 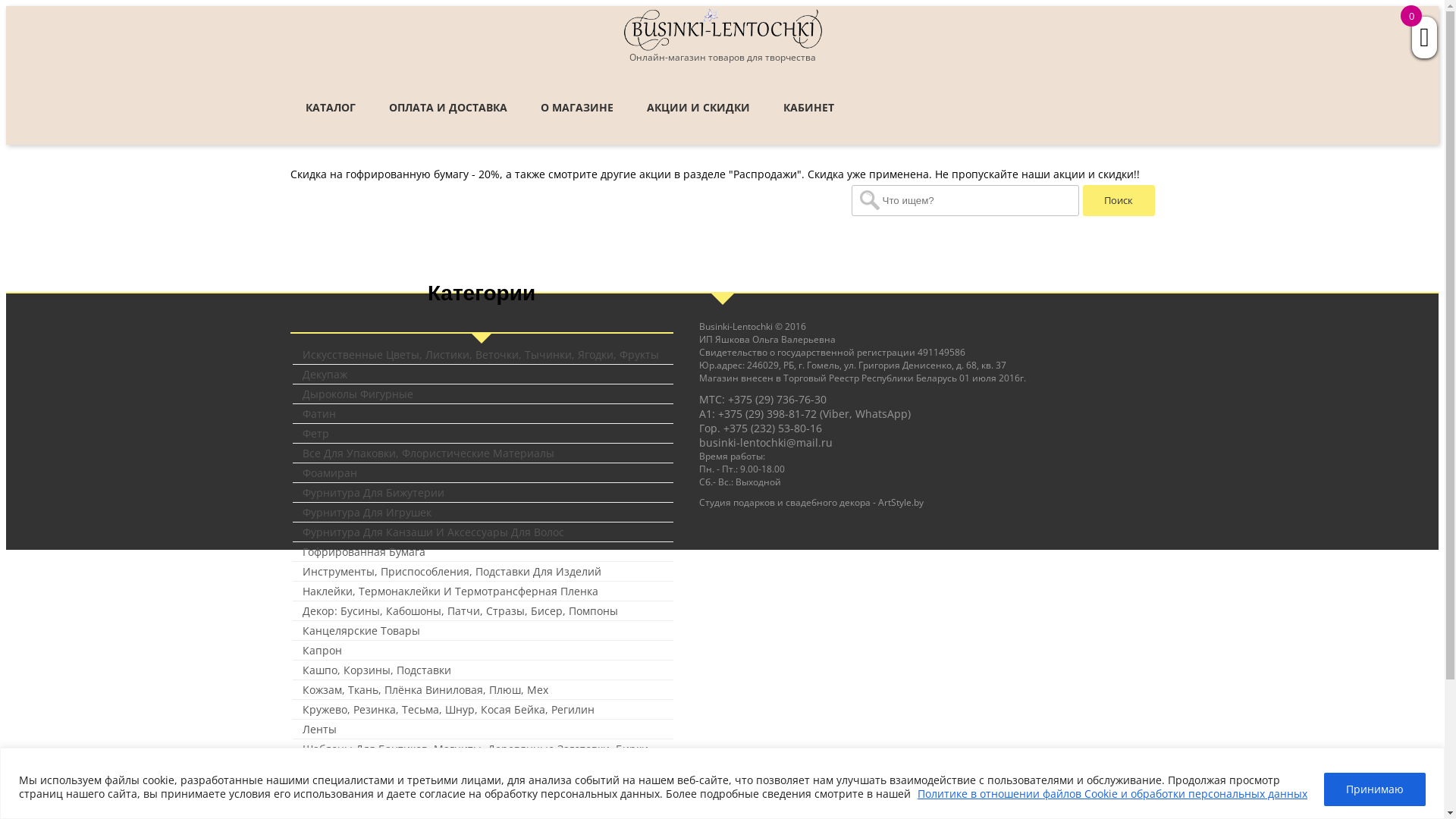 What do you see at coordinates (777, 398) in the screenshot?
I see `'+375 (29) 736-76-30'` at bounding box center [777, 398].